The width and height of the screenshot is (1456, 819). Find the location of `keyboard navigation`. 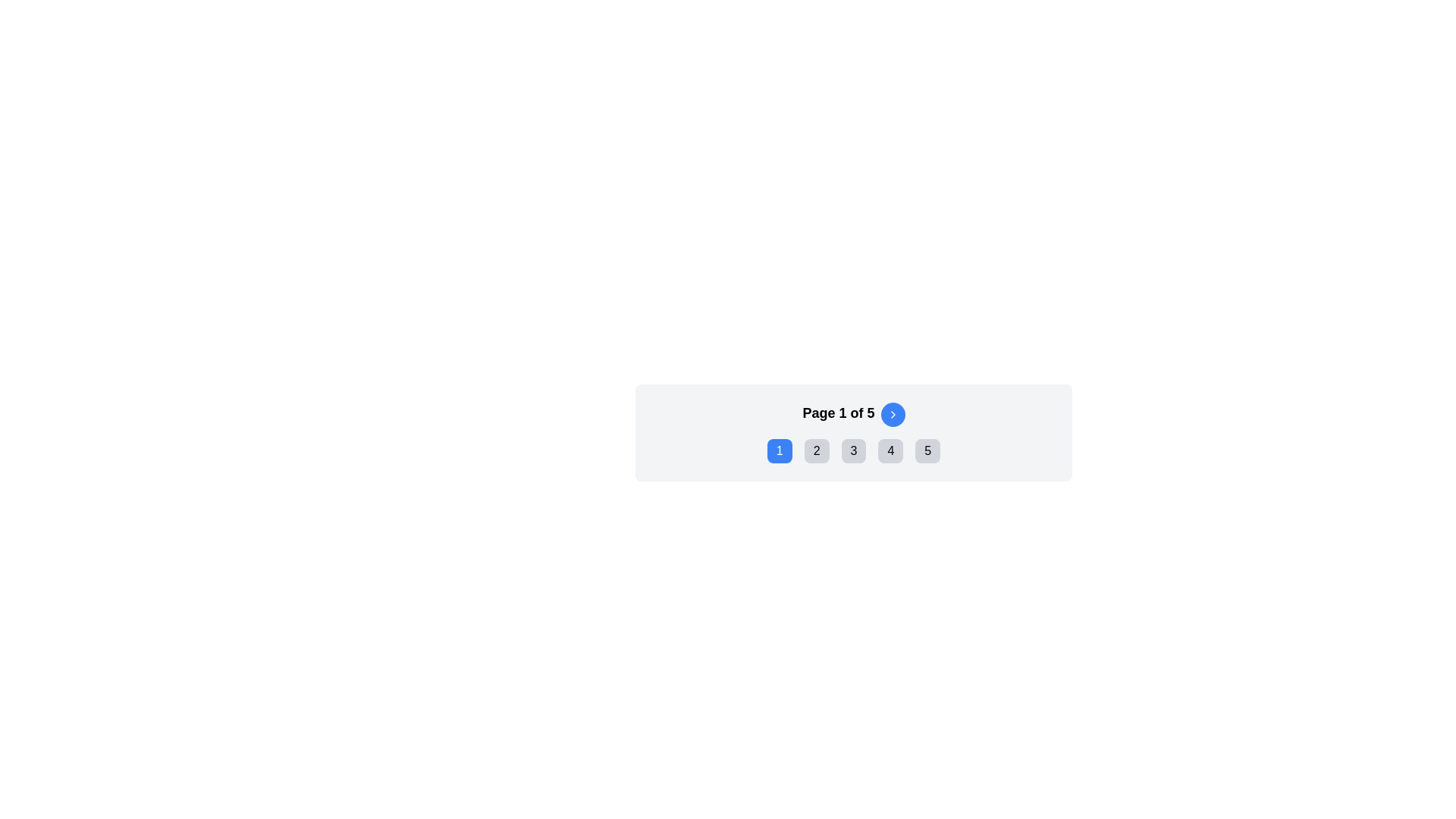

keyboard navigation is located at coordinates (854, 450).